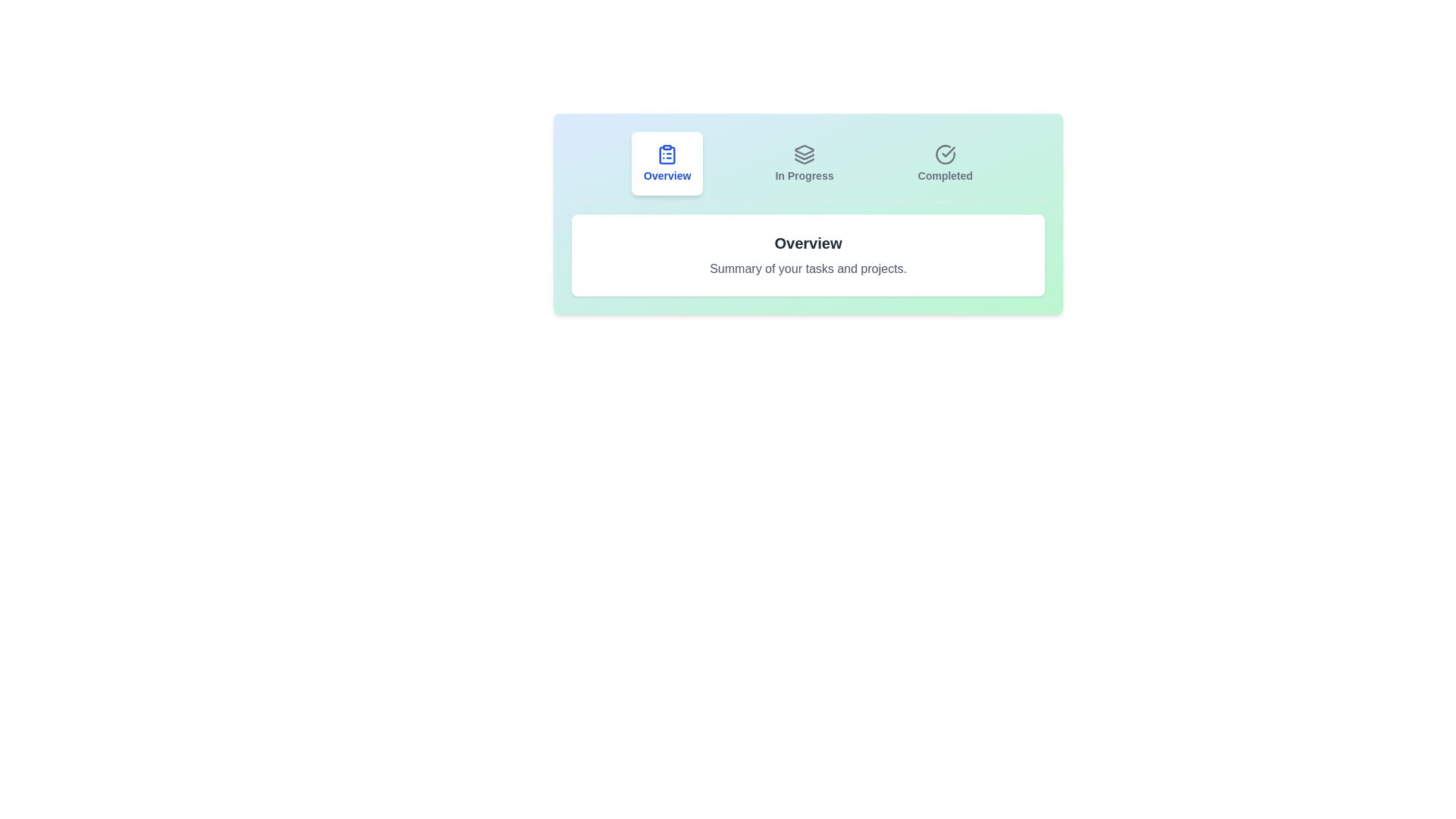  Describe the element at coordinates (945, 164) in the screenshot. I see `the Completed tab to view its content` at that location.